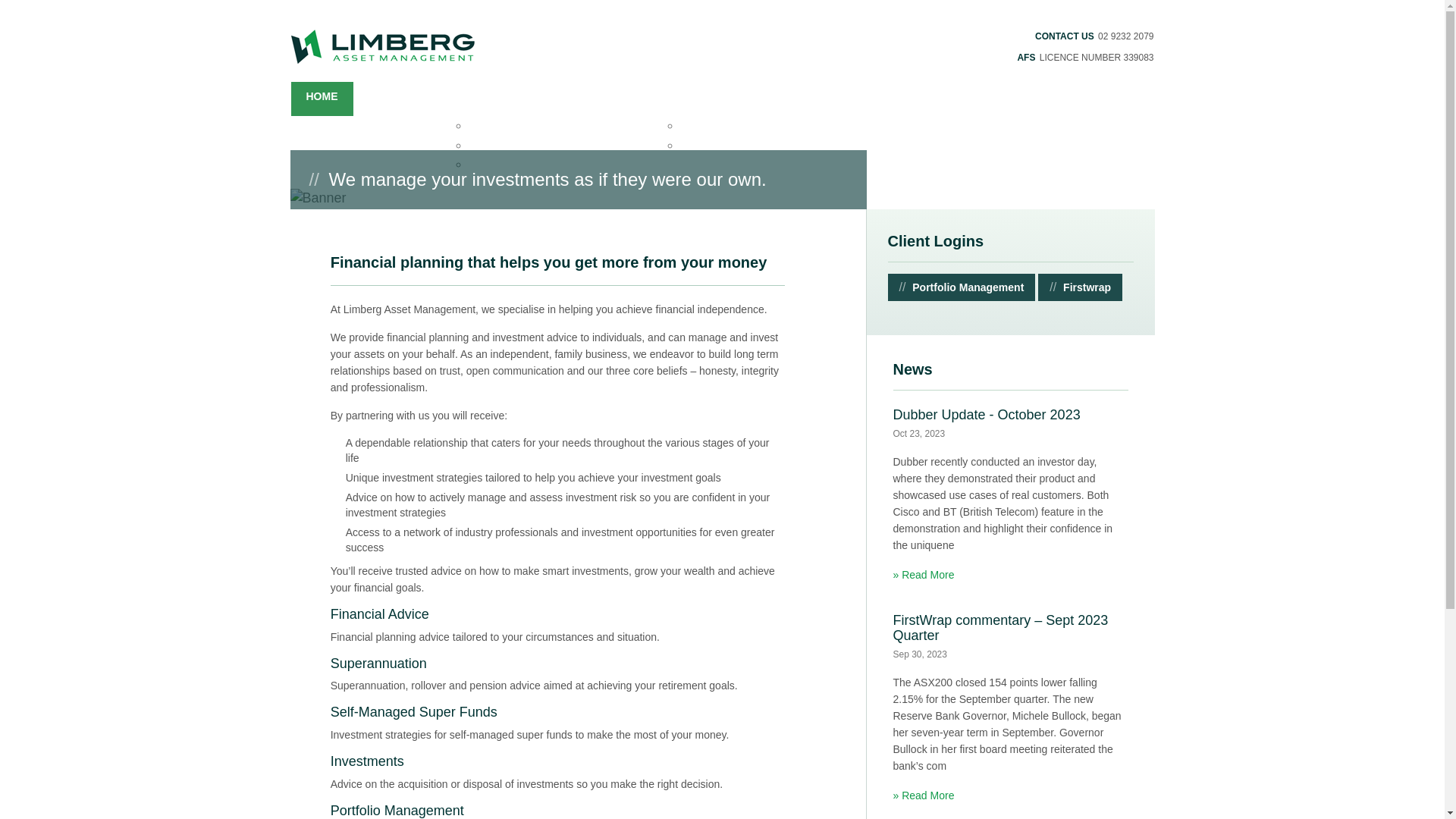 The image size is (1456, 819). What do you see at coordinates (322, 99) in the screenshot?
I see `'HOME'` at bounding box center [322, 99].